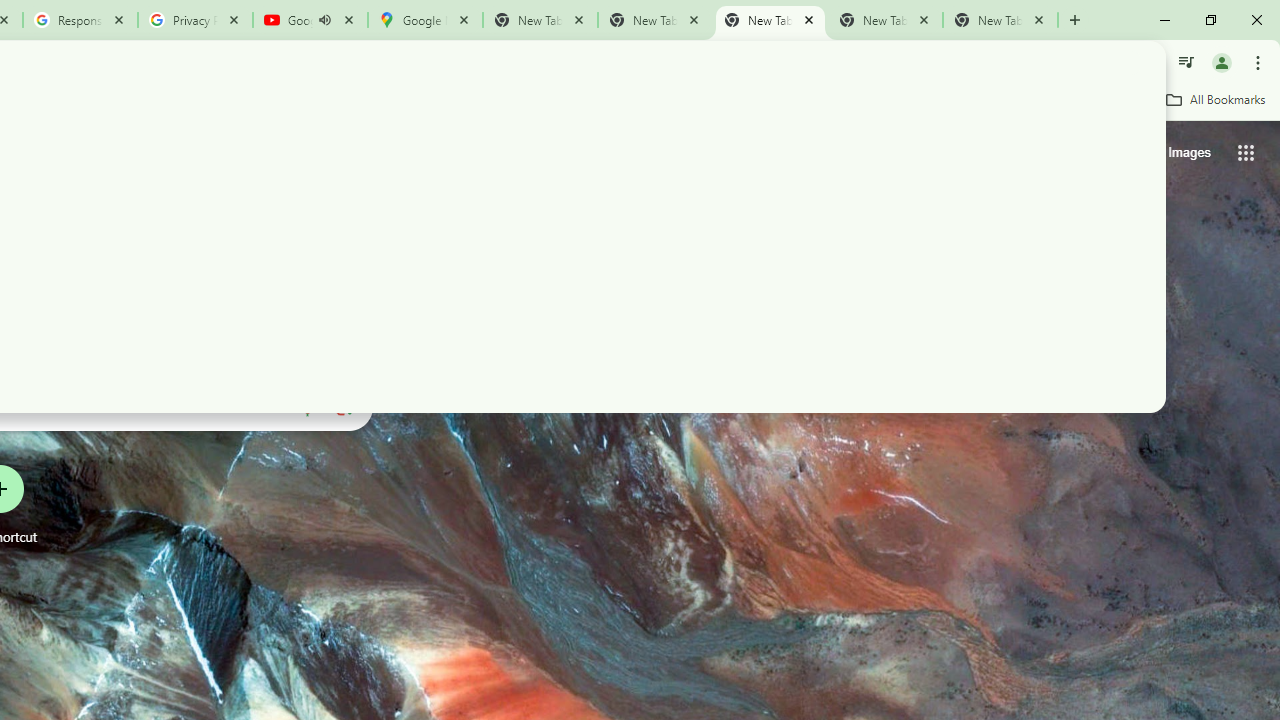  What do you see at coordinates (1000, 20) in the screenshot?
I see `'New Tab'` at bounding box center [1000, 20].